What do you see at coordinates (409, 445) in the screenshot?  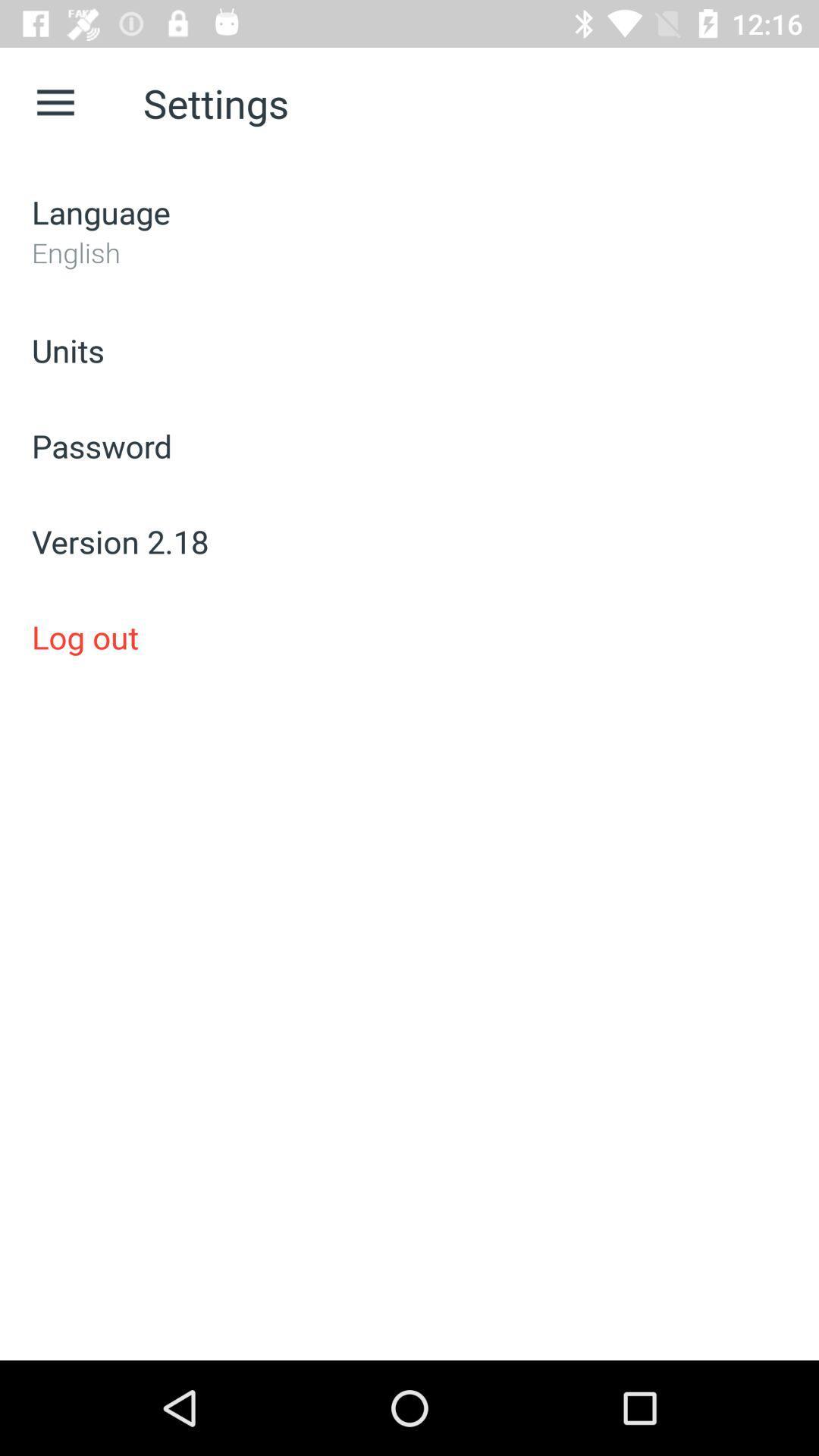 I see `icon below the units` at bounding box center [409, 445].